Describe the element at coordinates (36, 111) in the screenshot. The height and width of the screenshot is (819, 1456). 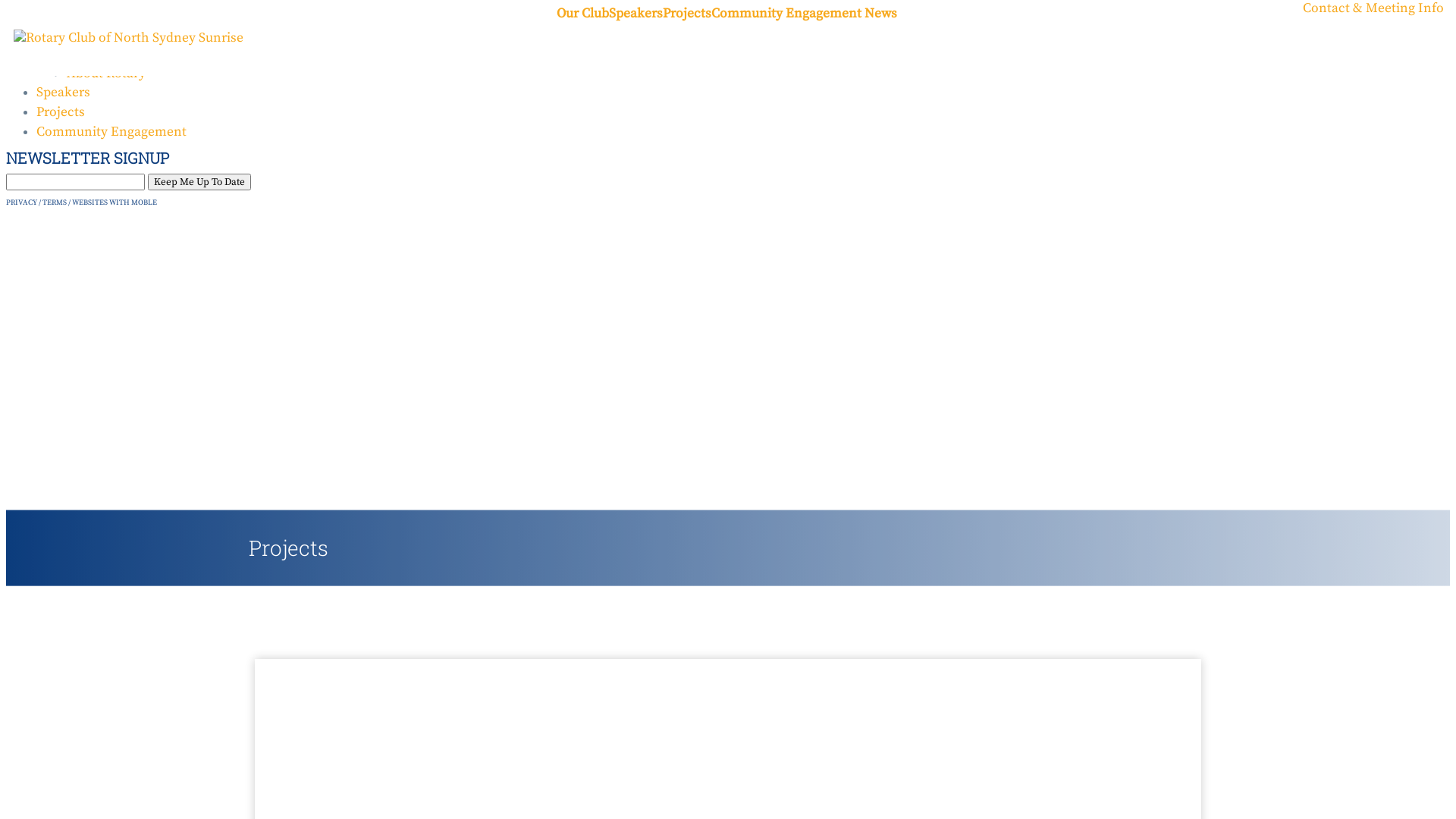
I see `'Projects'` at that location.